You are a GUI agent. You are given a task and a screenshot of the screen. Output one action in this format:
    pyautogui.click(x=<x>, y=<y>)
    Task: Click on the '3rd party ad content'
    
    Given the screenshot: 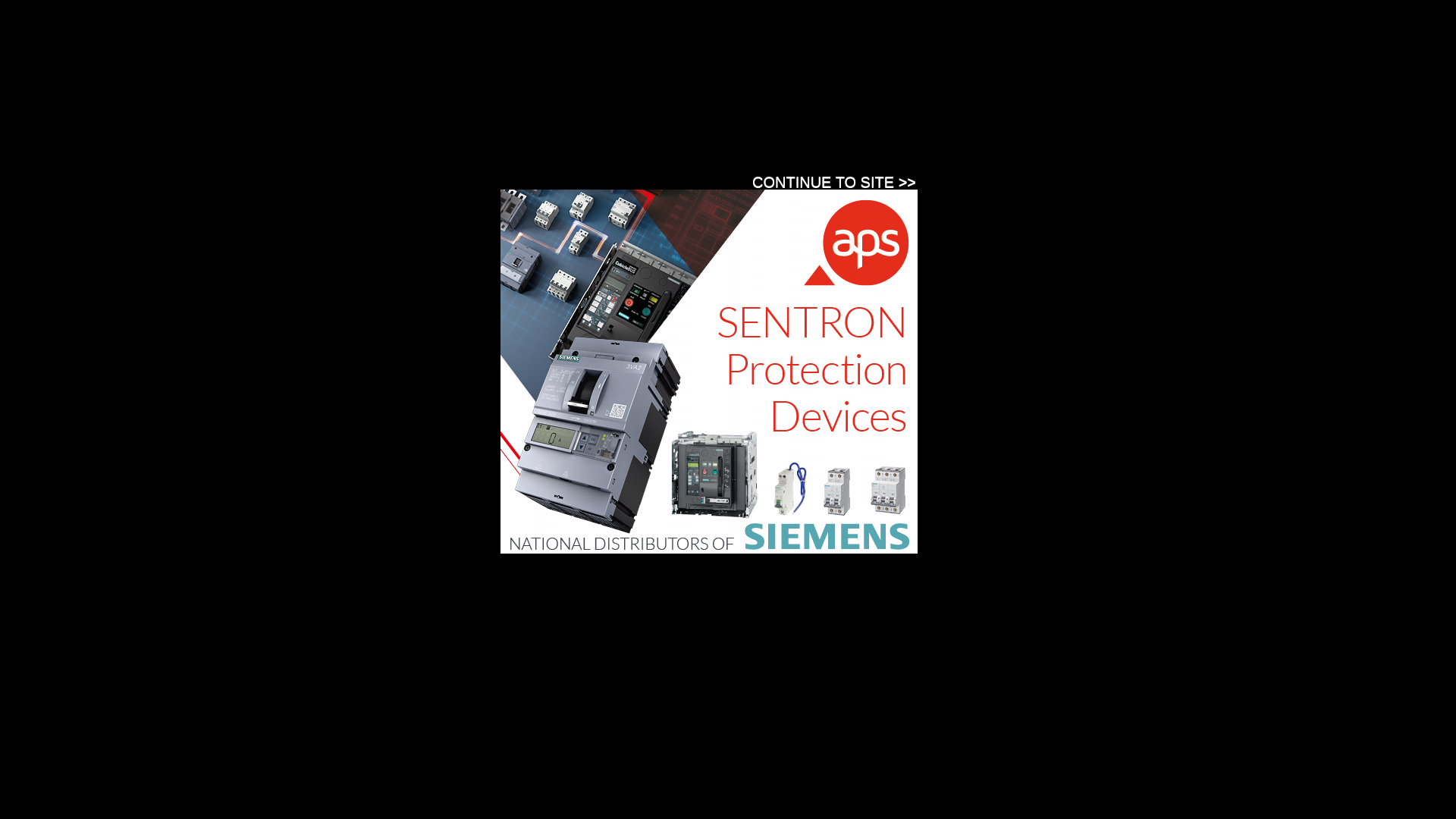 What is the action you would take?
    pyautogui.click(x=708, y=371)
    